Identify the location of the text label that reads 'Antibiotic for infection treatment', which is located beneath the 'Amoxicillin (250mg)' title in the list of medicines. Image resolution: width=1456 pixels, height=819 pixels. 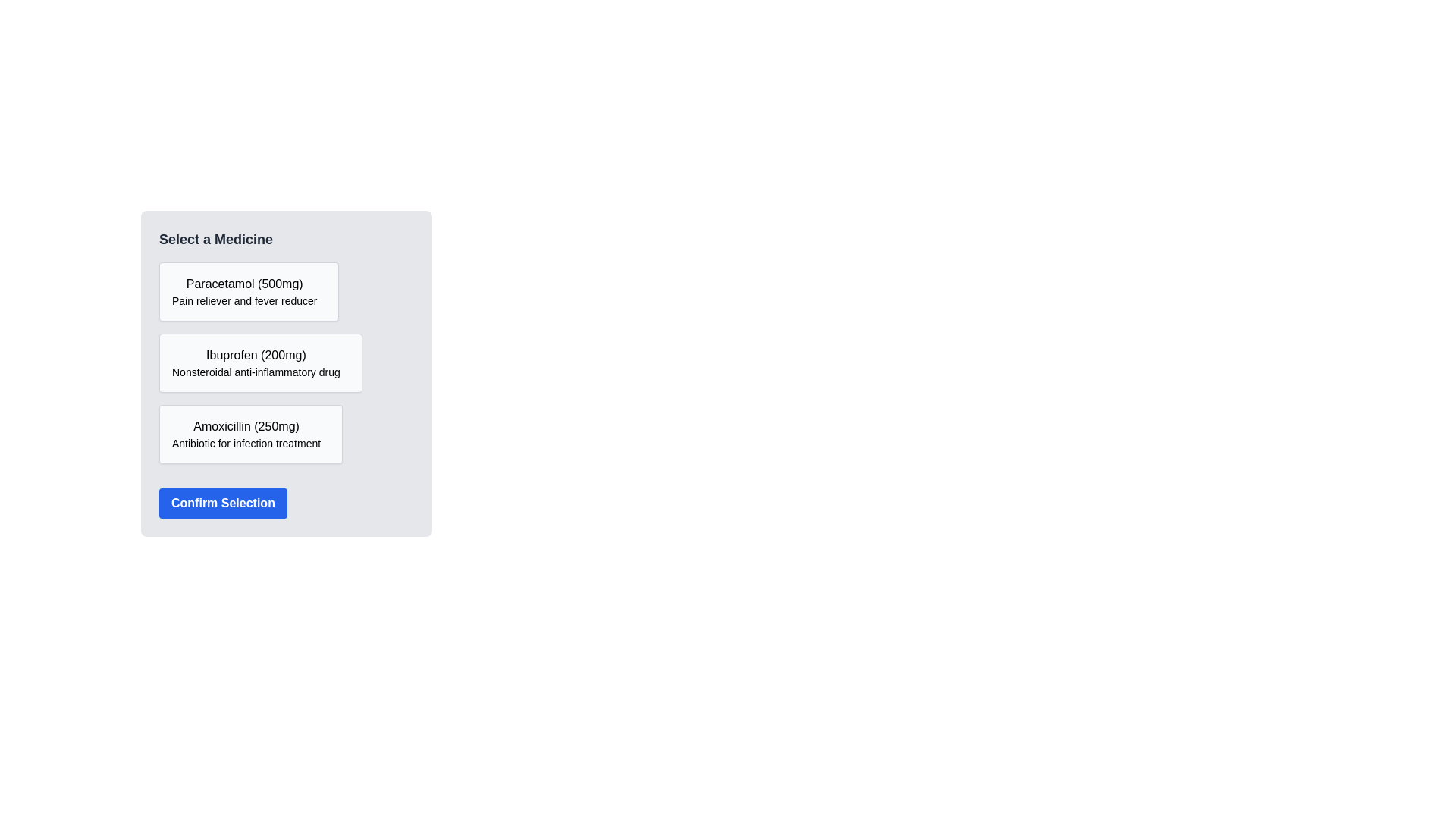
(246, 444).